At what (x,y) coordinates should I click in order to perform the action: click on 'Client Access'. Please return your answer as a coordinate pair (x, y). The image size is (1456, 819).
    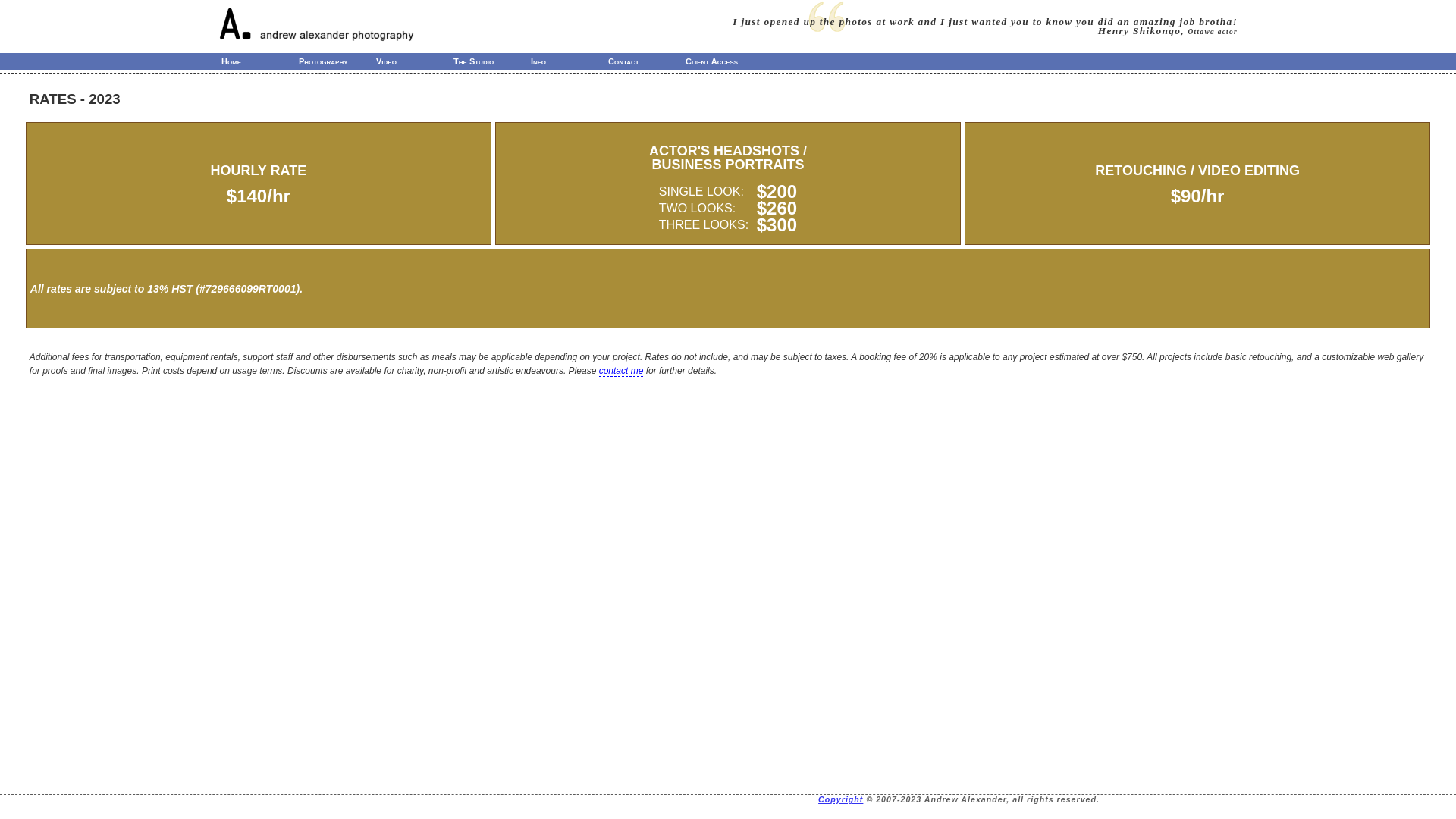
    Looking at the image, I should click on (723, 61).